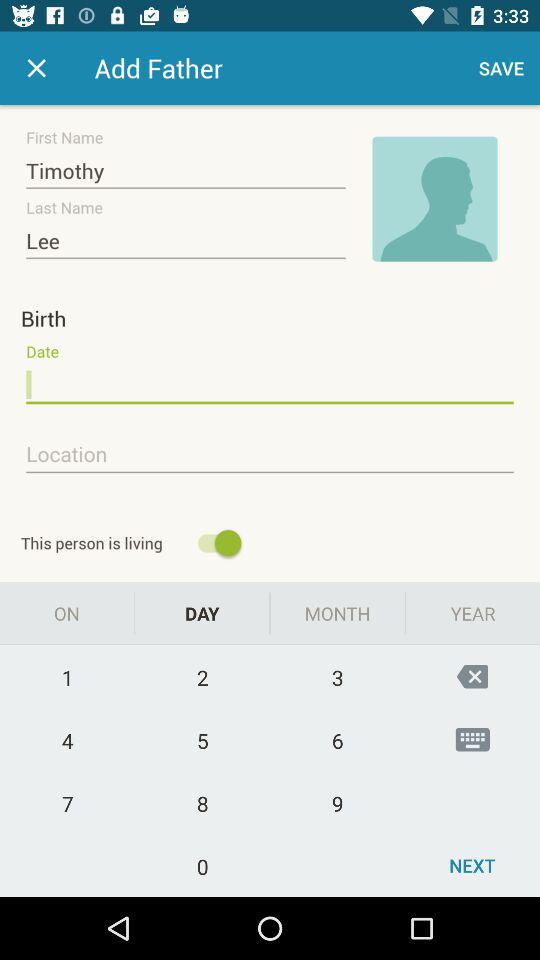 The height and width of the screenshot is (960, 540). I want to click on location, so click(270, 455).